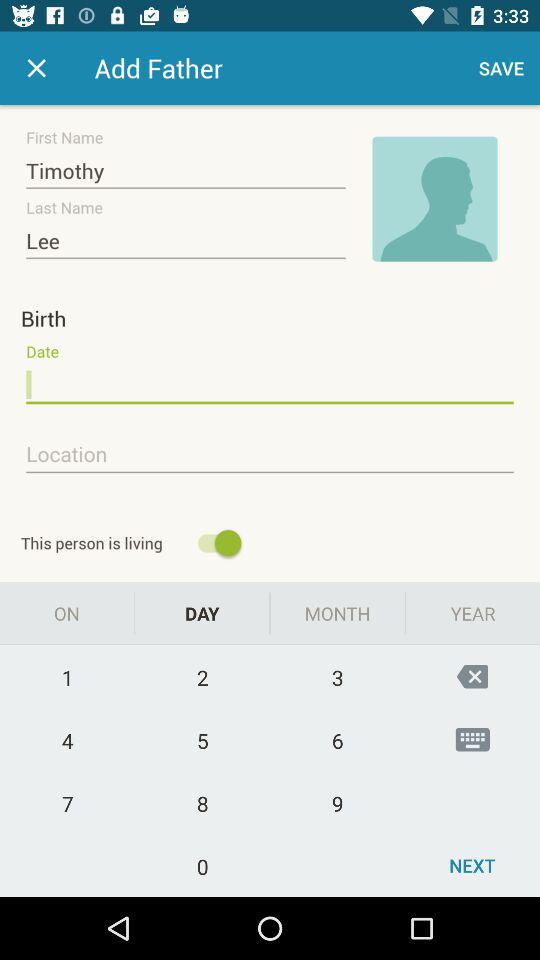 The height and width of the screenshot is (960, 540). I want to click on location, so click(270, 455).